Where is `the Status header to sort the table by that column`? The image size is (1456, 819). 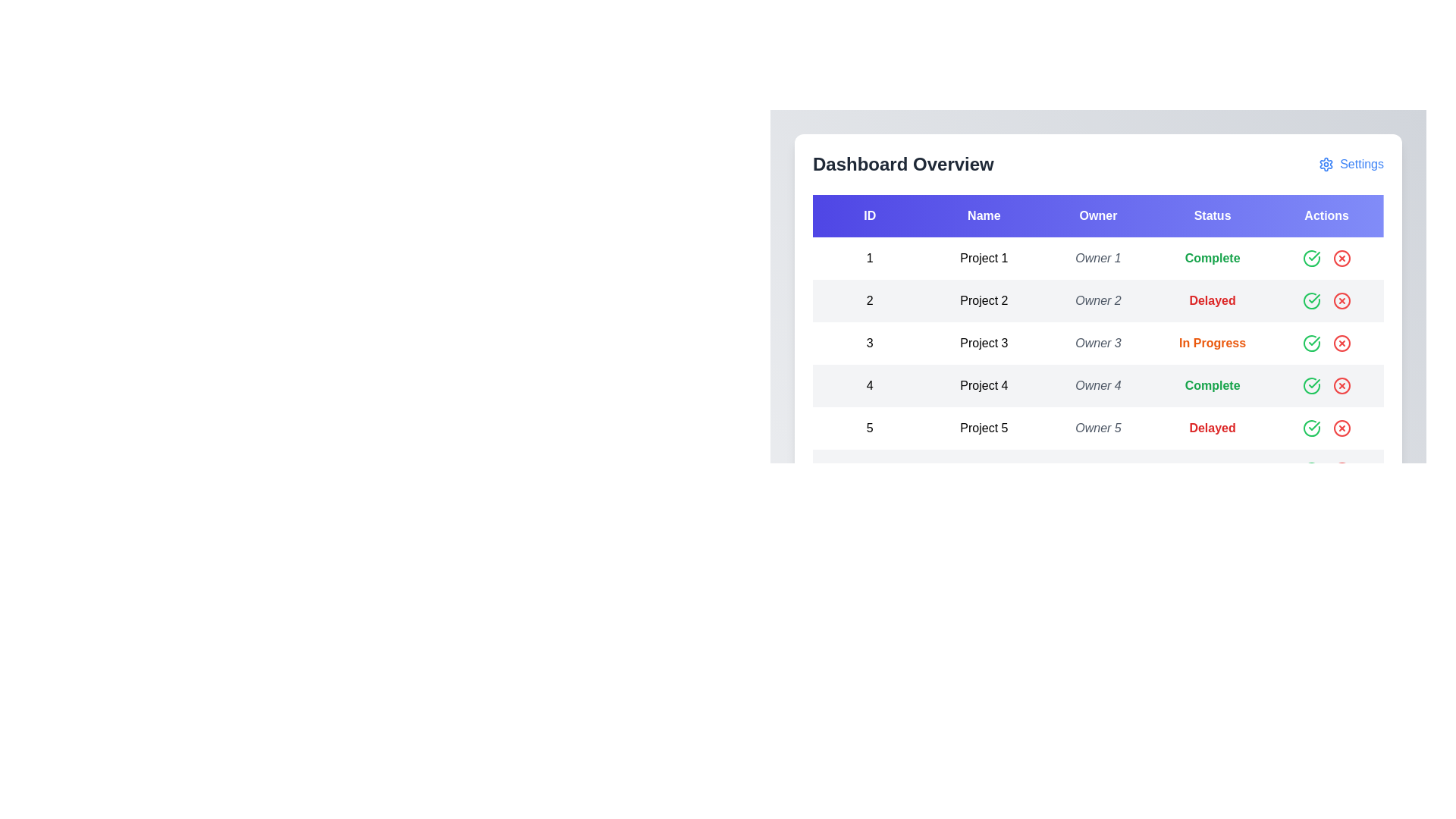 the Status header to sort the table by that column is located at coordinates (1212, 216).